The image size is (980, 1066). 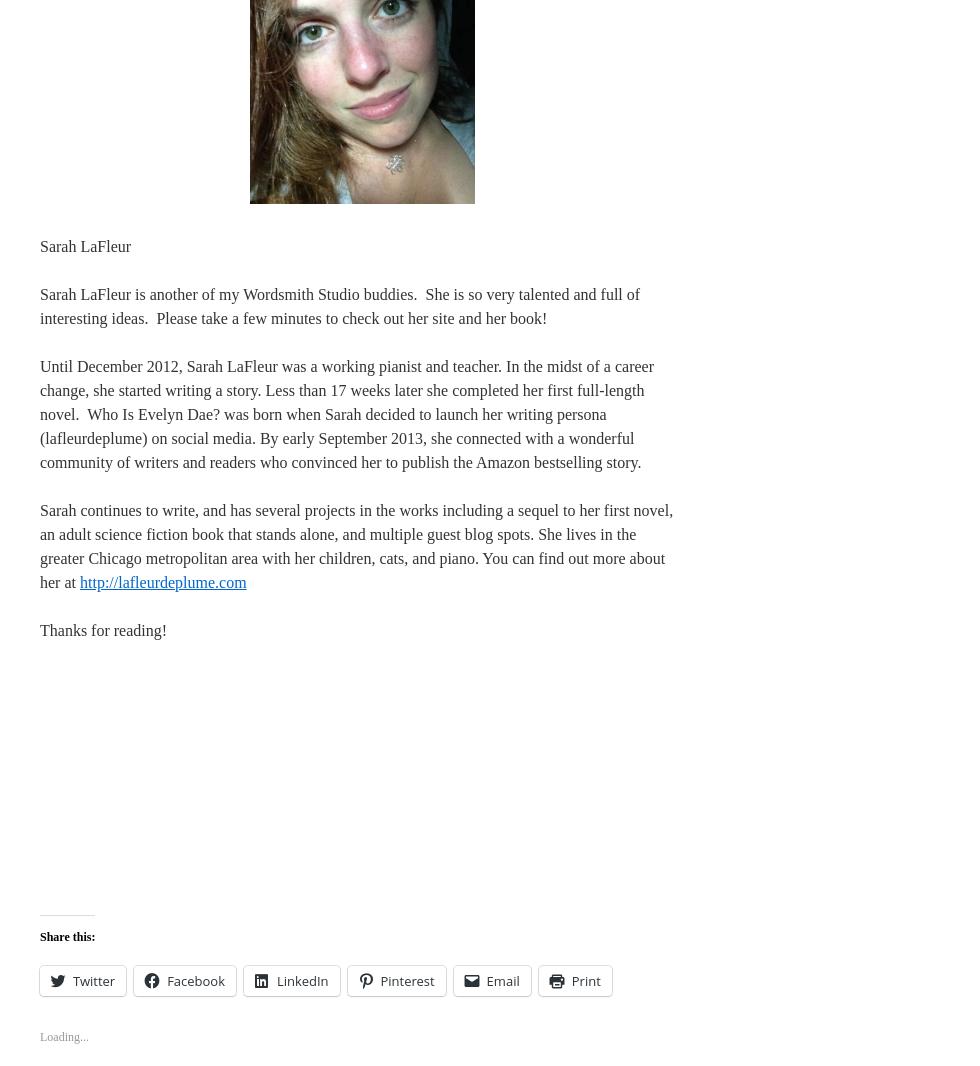 I want to click on 'Facebook', so click(x=196, y=979).